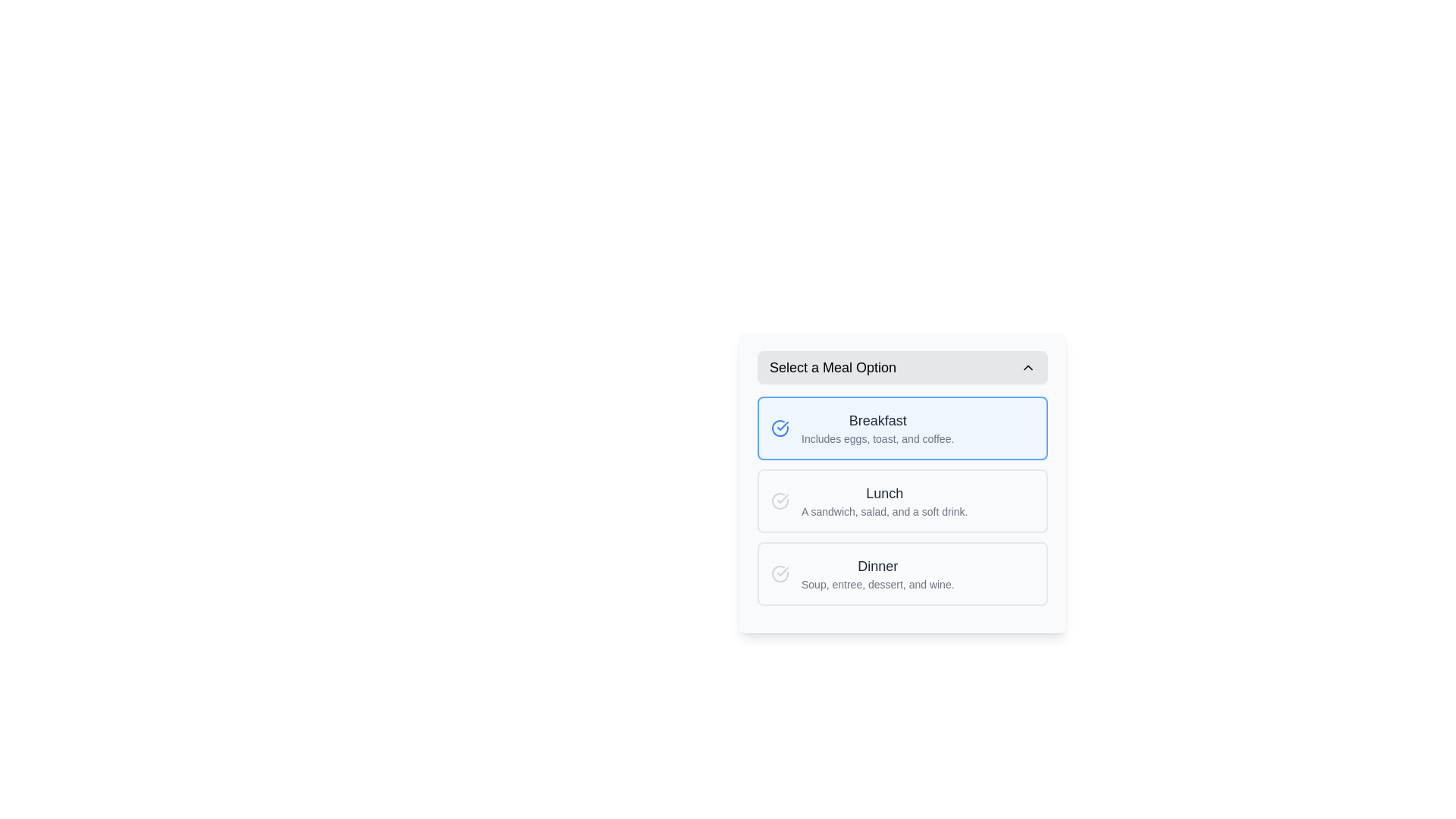  What do you see at coordinates (902, 573) in the screenshot?
I see `the 'Dinner' selectable option with a checkmark icon, which is the third option in a vertical list of three items` at bounding box center [902, 573].